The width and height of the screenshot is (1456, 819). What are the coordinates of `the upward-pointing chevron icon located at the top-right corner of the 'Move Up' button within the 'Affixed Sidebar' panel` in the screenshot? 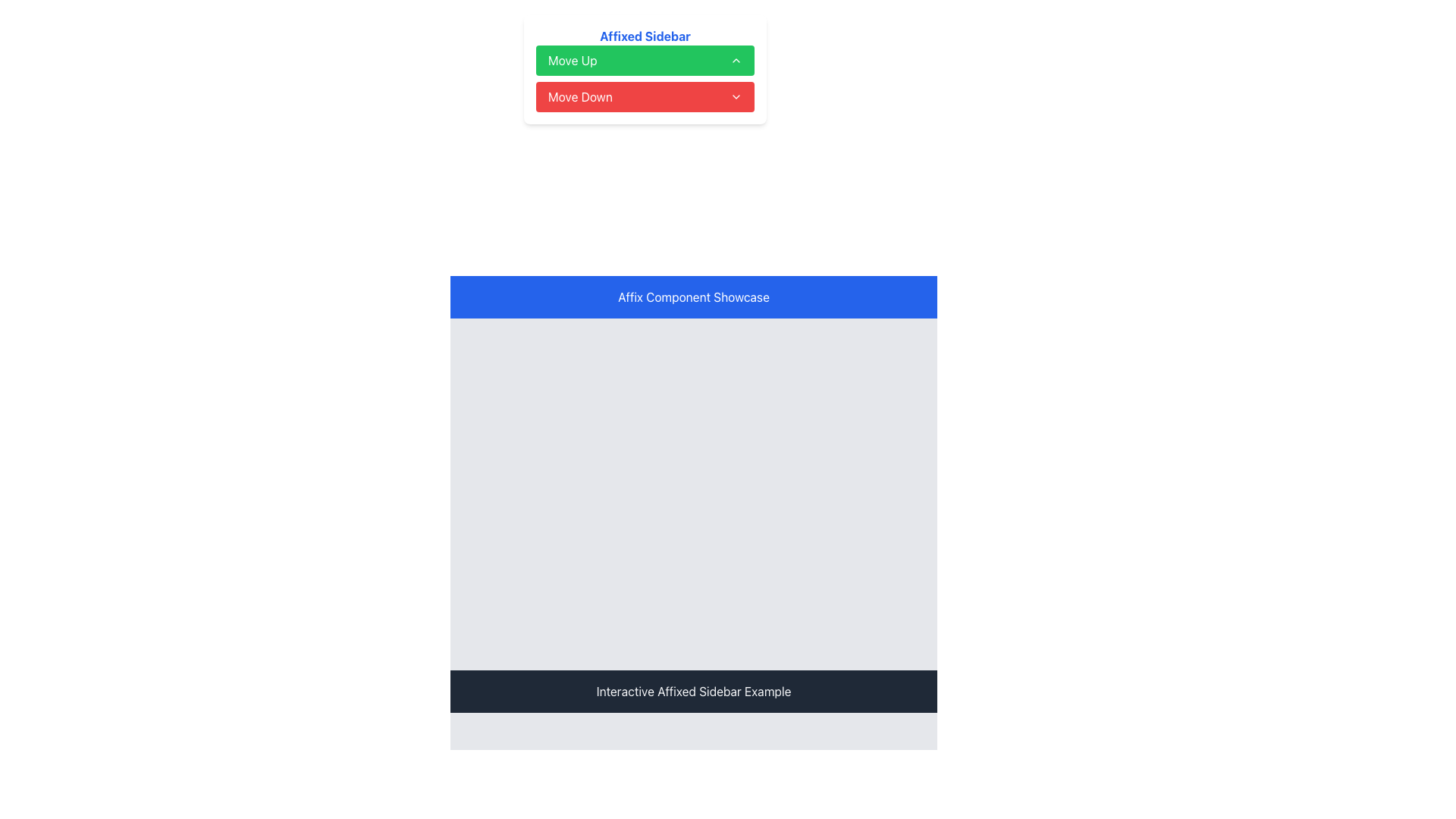 It's located at (736, 60).